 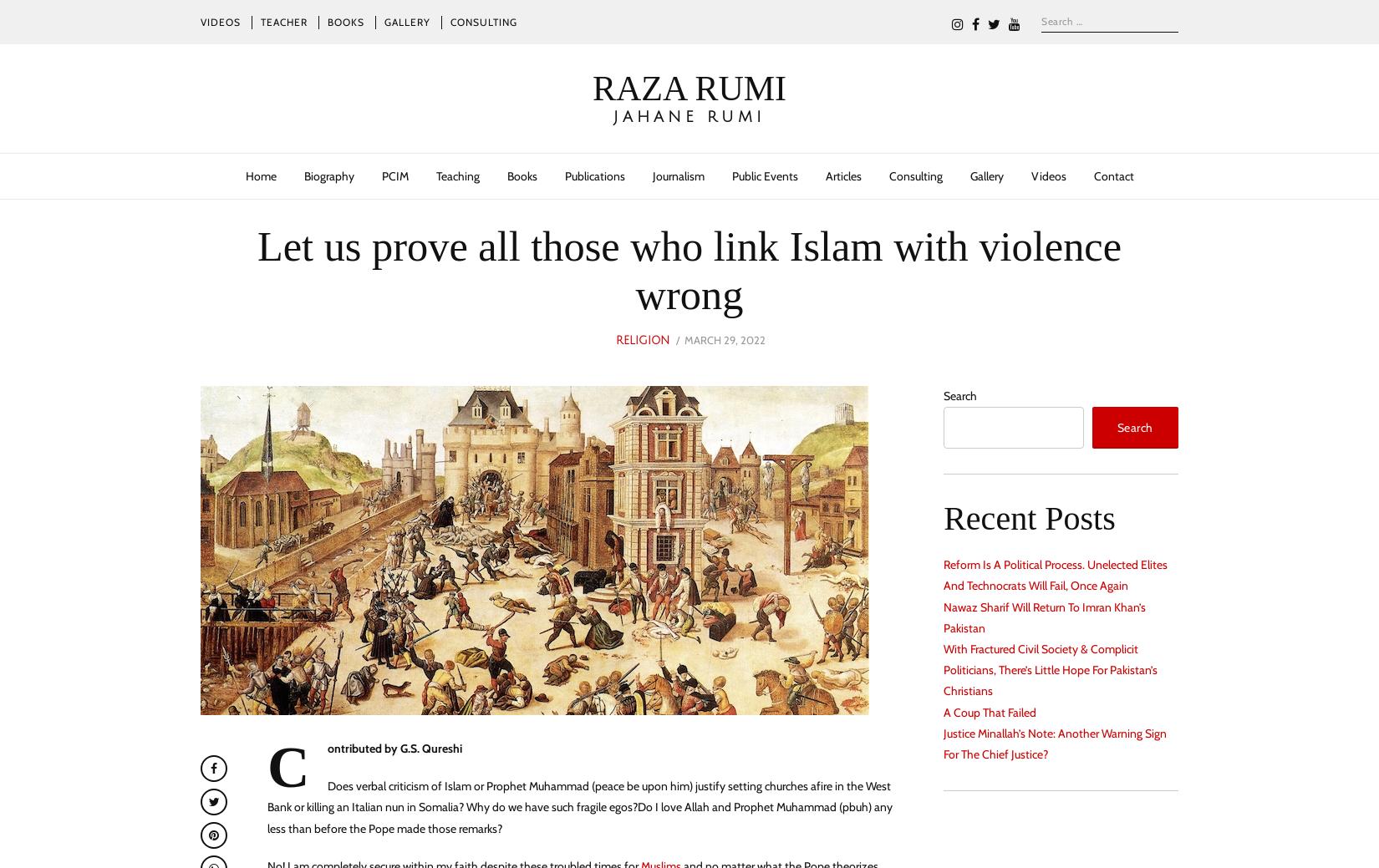 I want to click on 'Articles', so click(x=842, y=175).